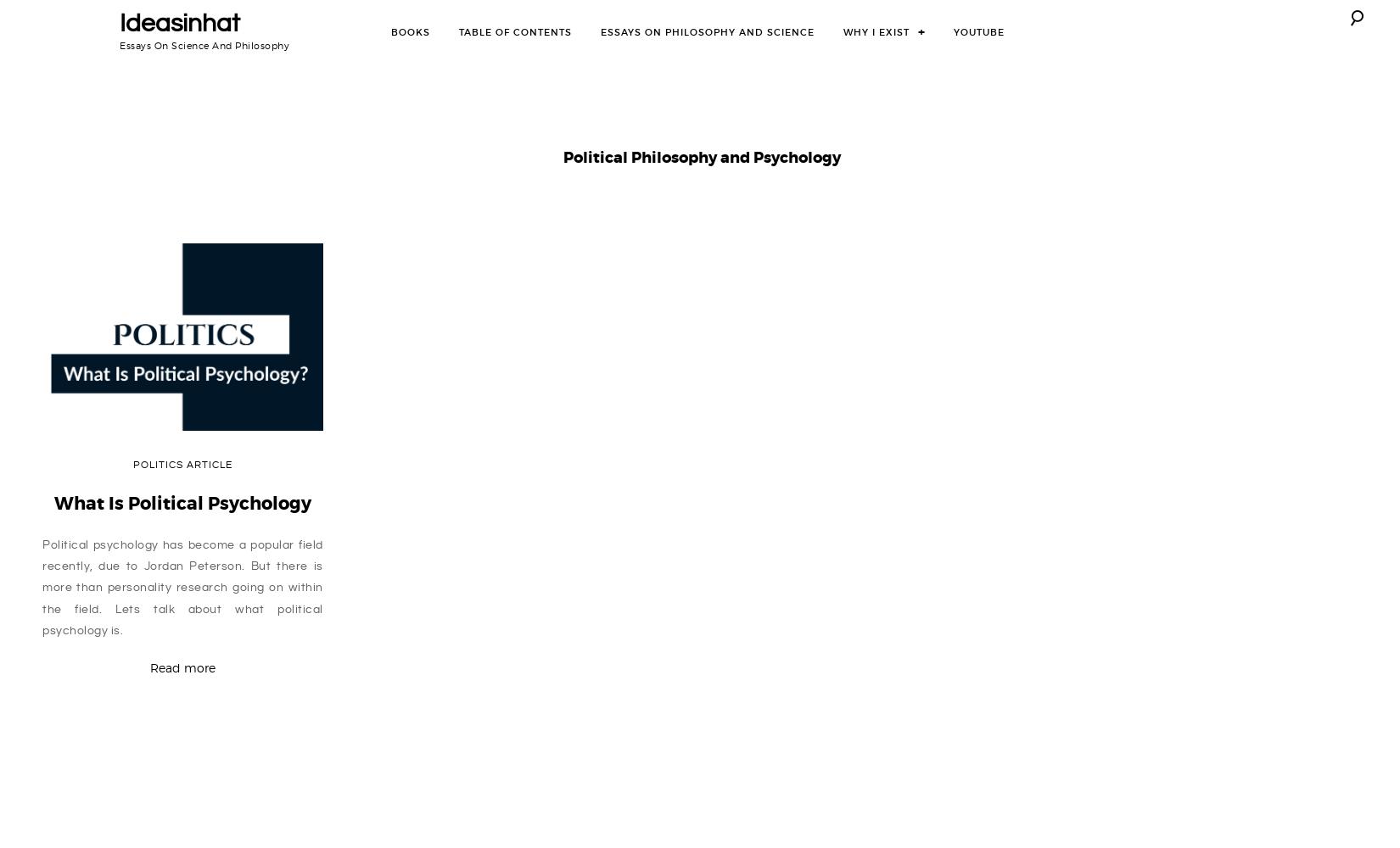 The image size is (1400, 848). Describe the element at coordinates (876, 31) in the screenshot. I see `'Why I exist'` at that location.